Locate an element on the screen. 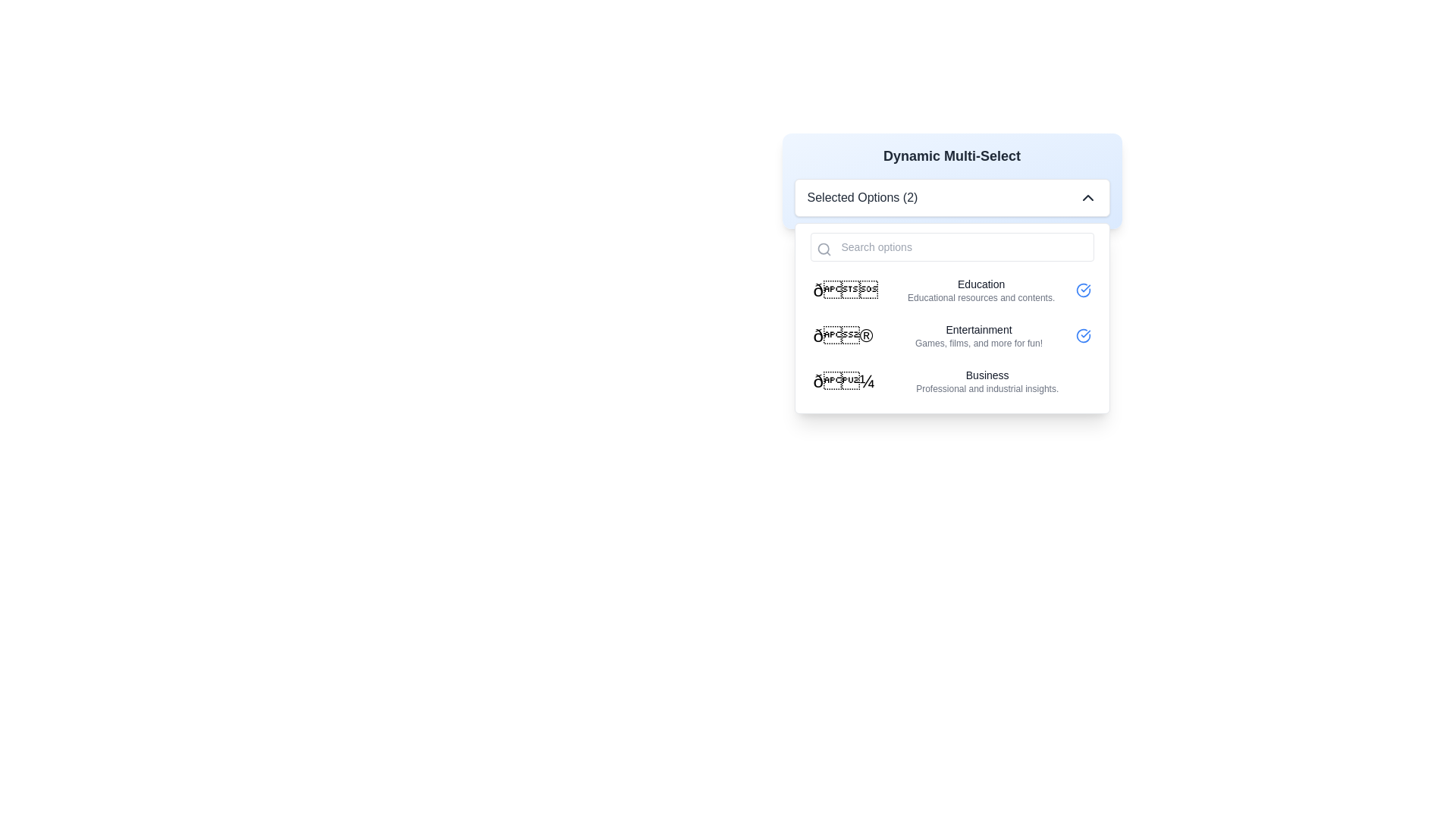 The height and width of the screenshot is (819, 1456). the static text label displaying 'Education', which is styled in bold, medium size, and dark gray color, located at the top of the dropdown pane labeled 'Dynamic Multi-Select' is located at coordinates (981, 284).